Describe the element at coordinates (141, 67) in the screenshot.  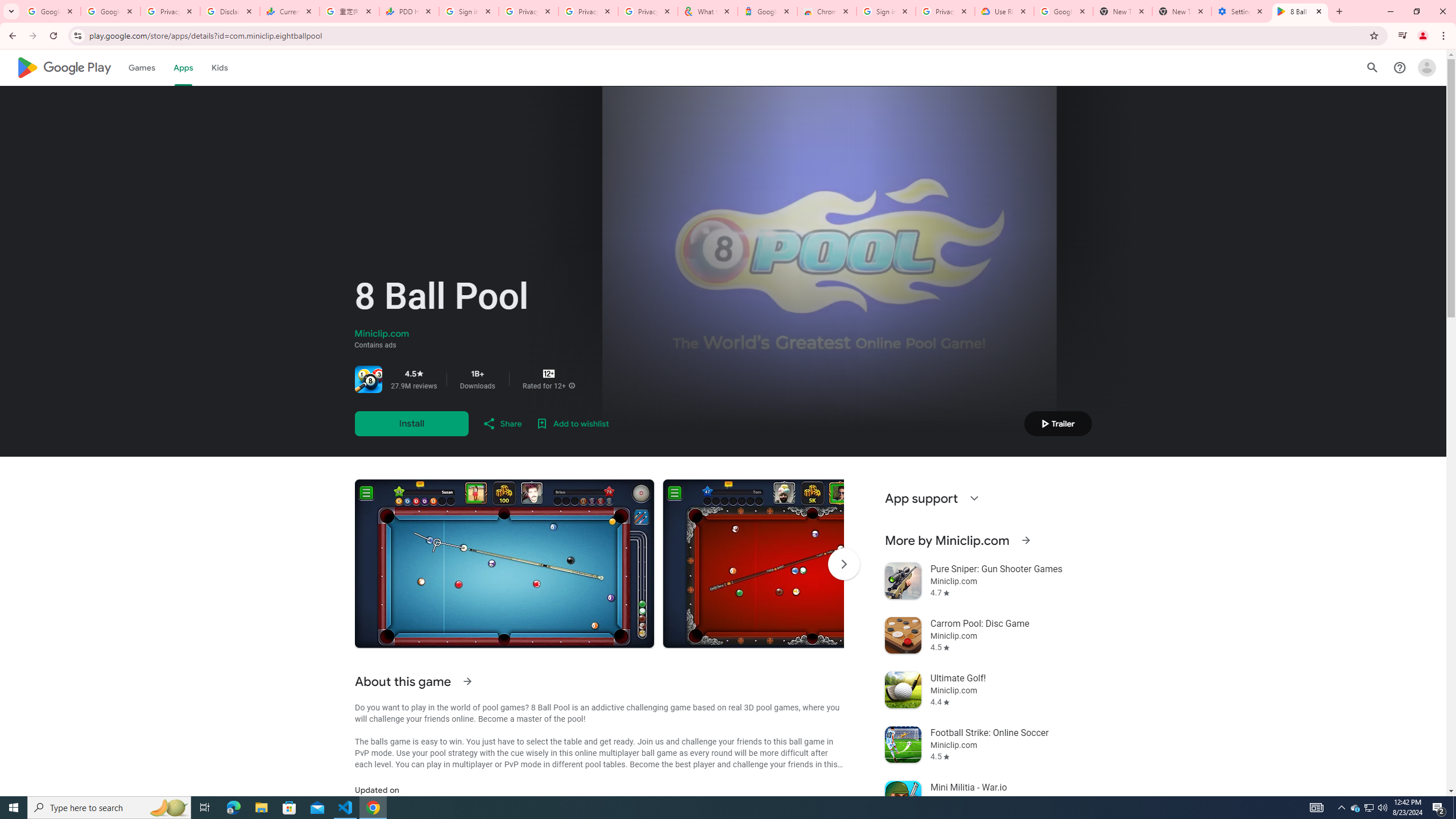
I see `'Games'` at that location.